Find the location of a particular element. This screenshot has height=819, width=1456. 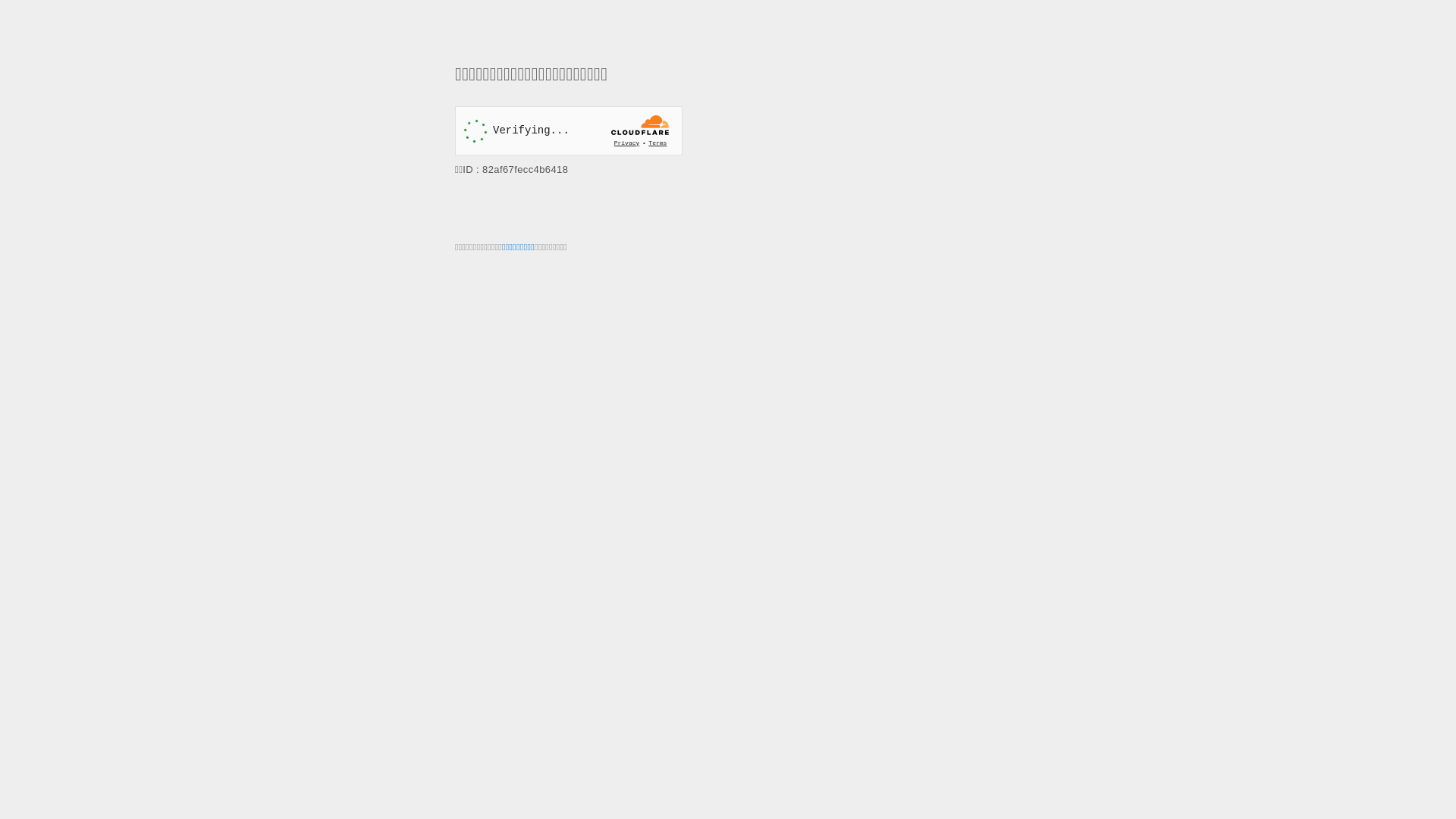

'Widget containing a Cloudflare security challenge' is located at coordinates (567, 130).